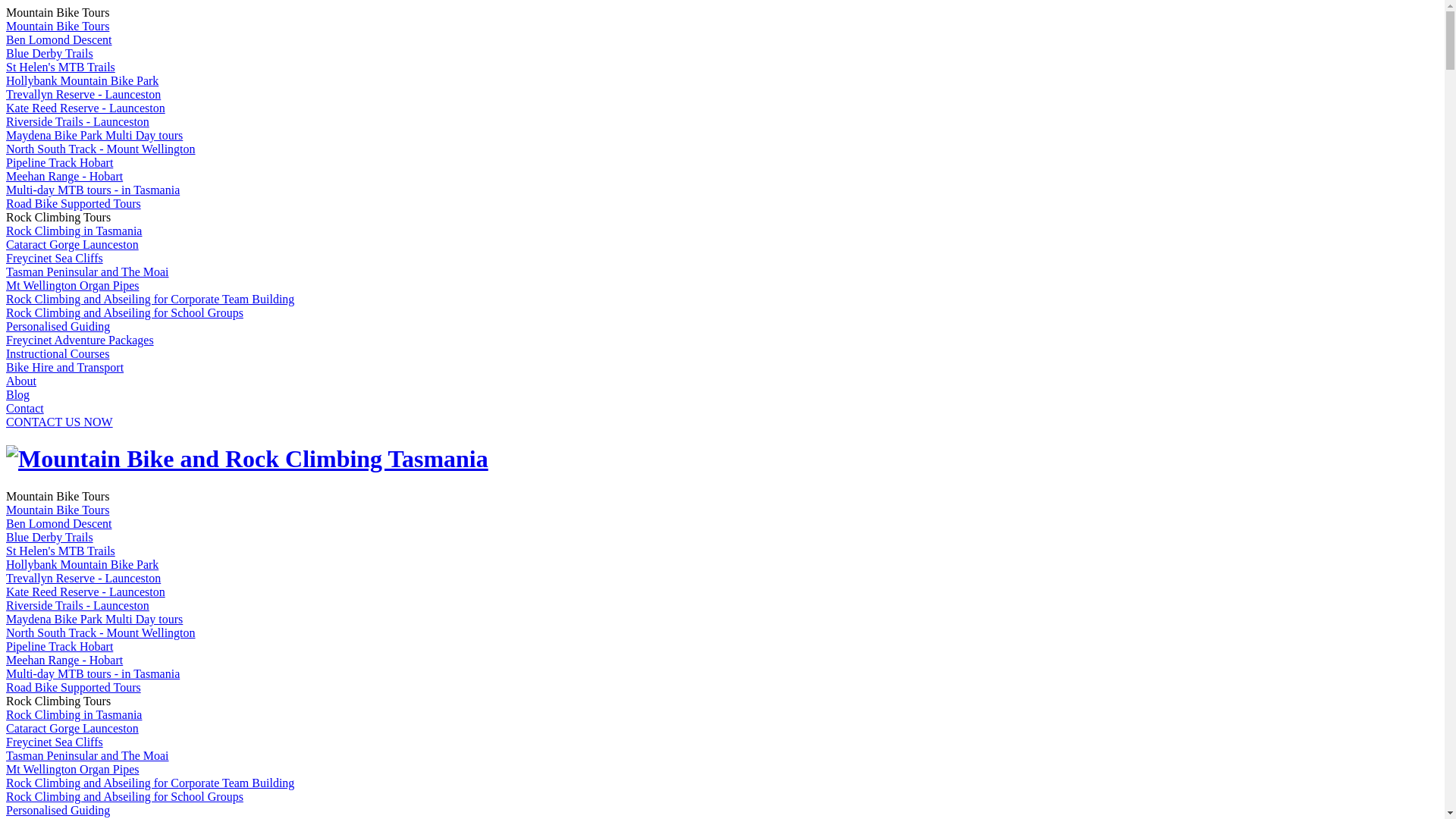 This screenshot has height=819, width=1456. Describe the element at coordinates (149, 299) in the screenshot. I see `'Rock Climbing and Abseiling for Corporate Team Building'` at that location.